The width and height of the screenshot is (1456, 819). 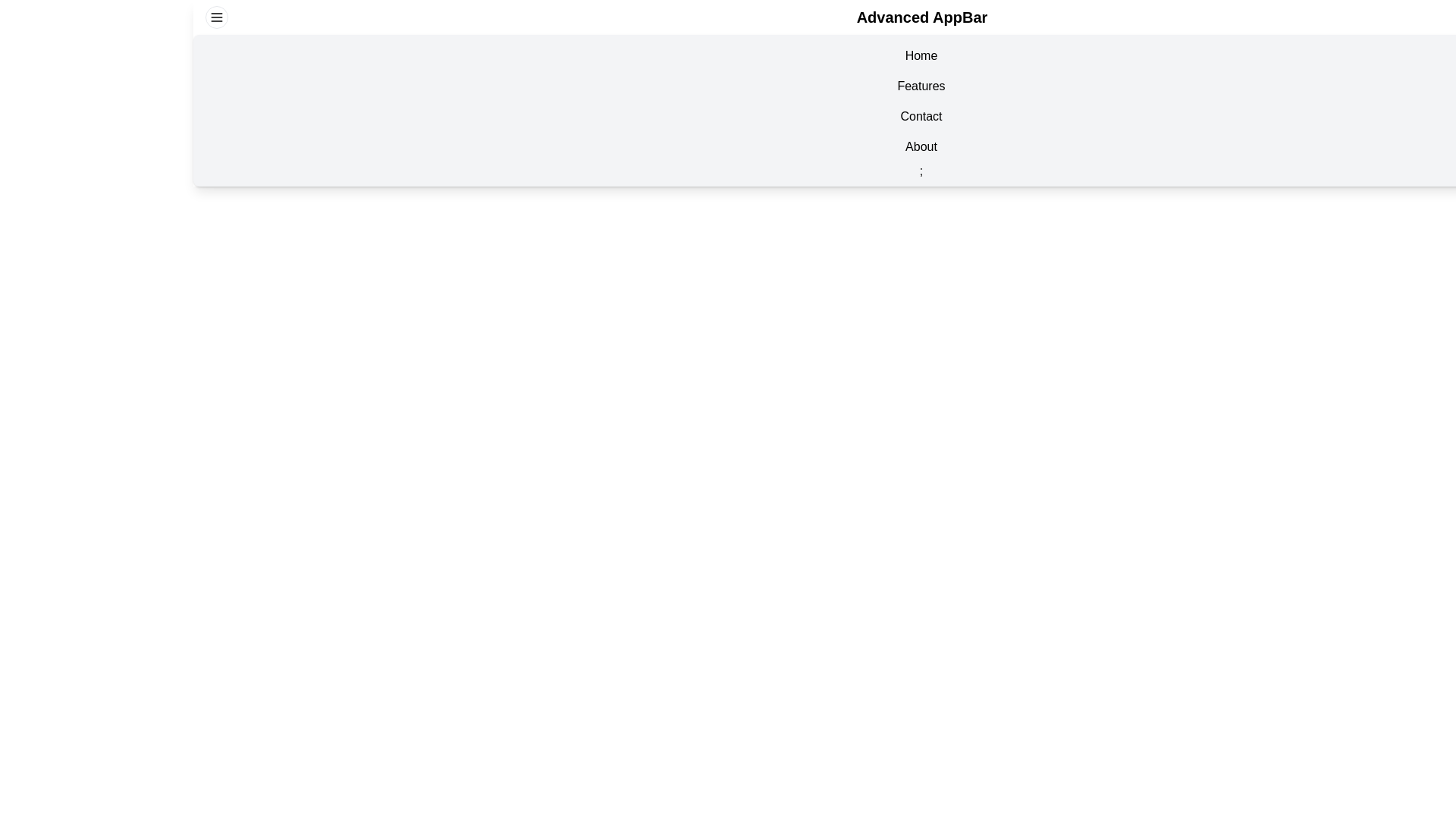 I want to click on the navigation item Features in the EnhancedAppBar, so click(x=920, y=86).